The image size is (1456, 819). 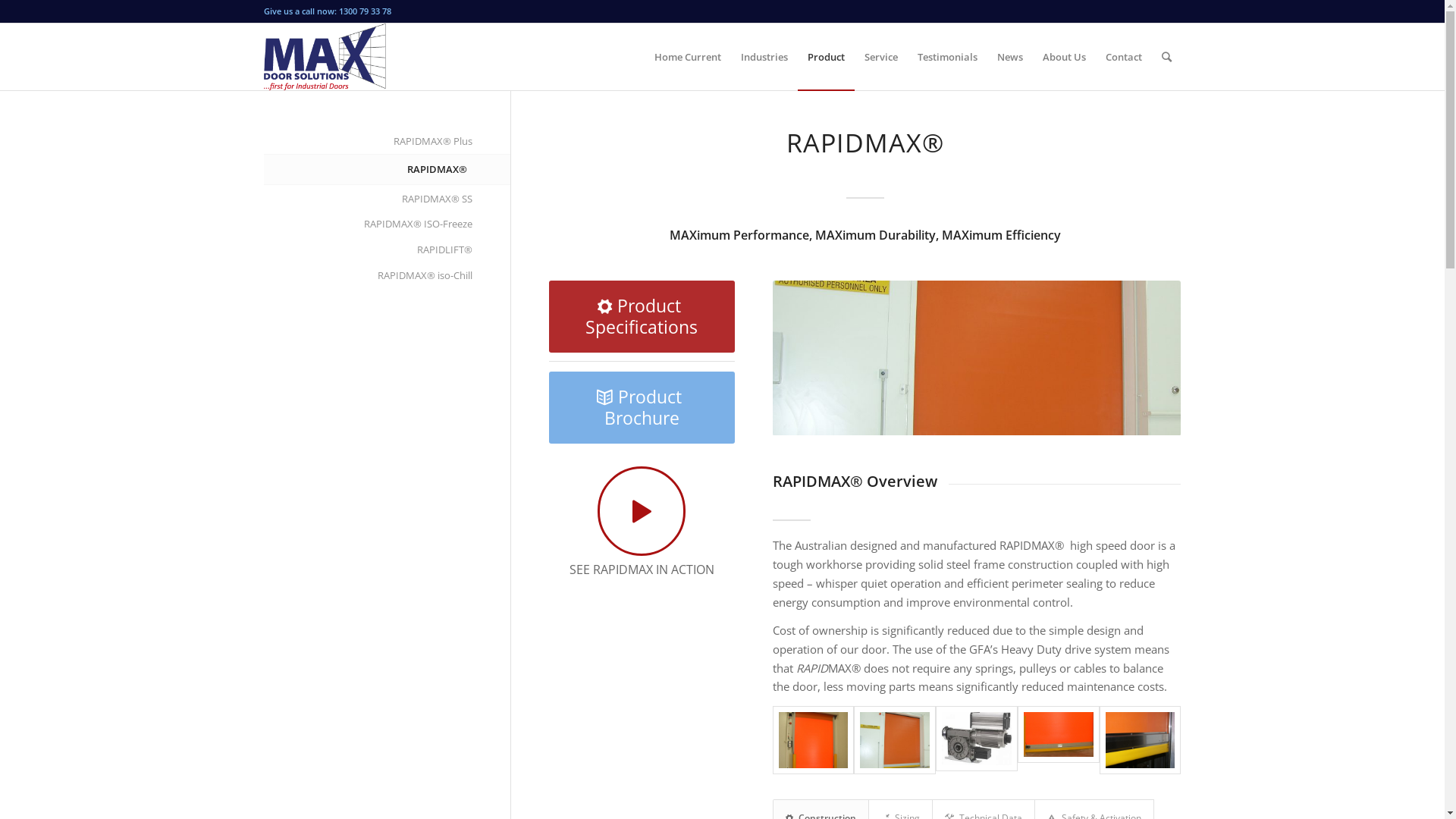 I want to click on 'Product Specifications', so click(x=548, y=315).